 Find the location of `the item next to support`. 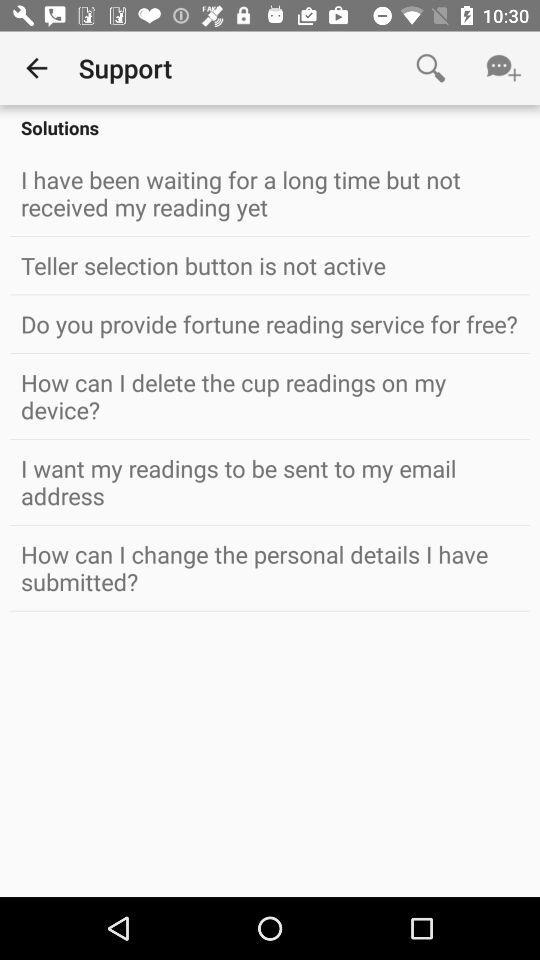

the item next to support is located at coordinates (36, 68).